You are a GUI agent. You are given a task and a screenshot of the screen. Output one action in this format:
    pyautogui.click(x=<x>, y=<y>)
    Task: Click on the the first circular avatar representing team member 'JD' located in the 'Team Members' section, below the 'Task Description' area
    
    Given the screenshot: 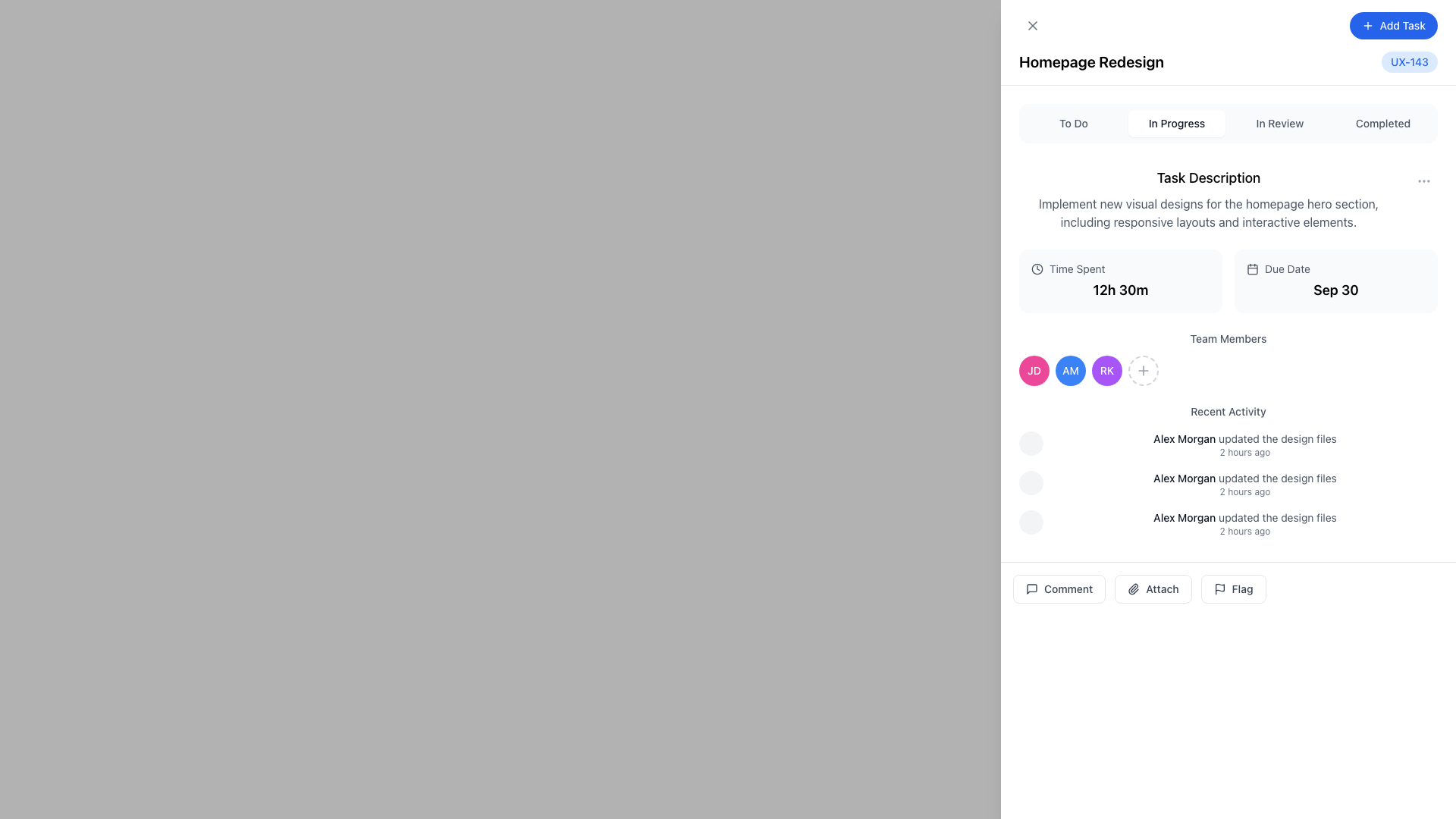 What is the action you would take?
    pyautogui.click(x=1033, y=371)
    